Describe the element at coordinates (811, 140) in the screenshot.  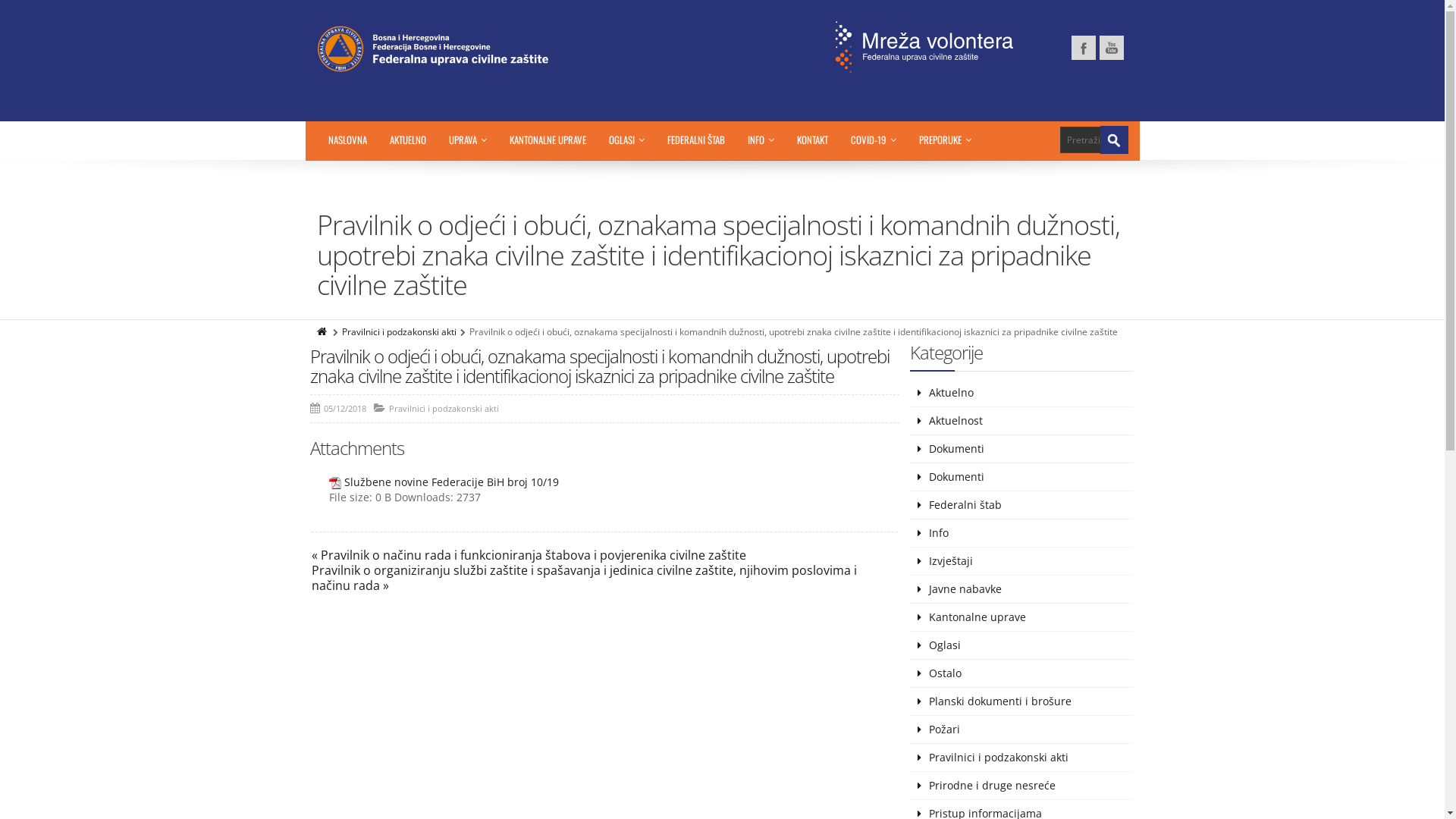
I see `'KONTAKT'` at that location.